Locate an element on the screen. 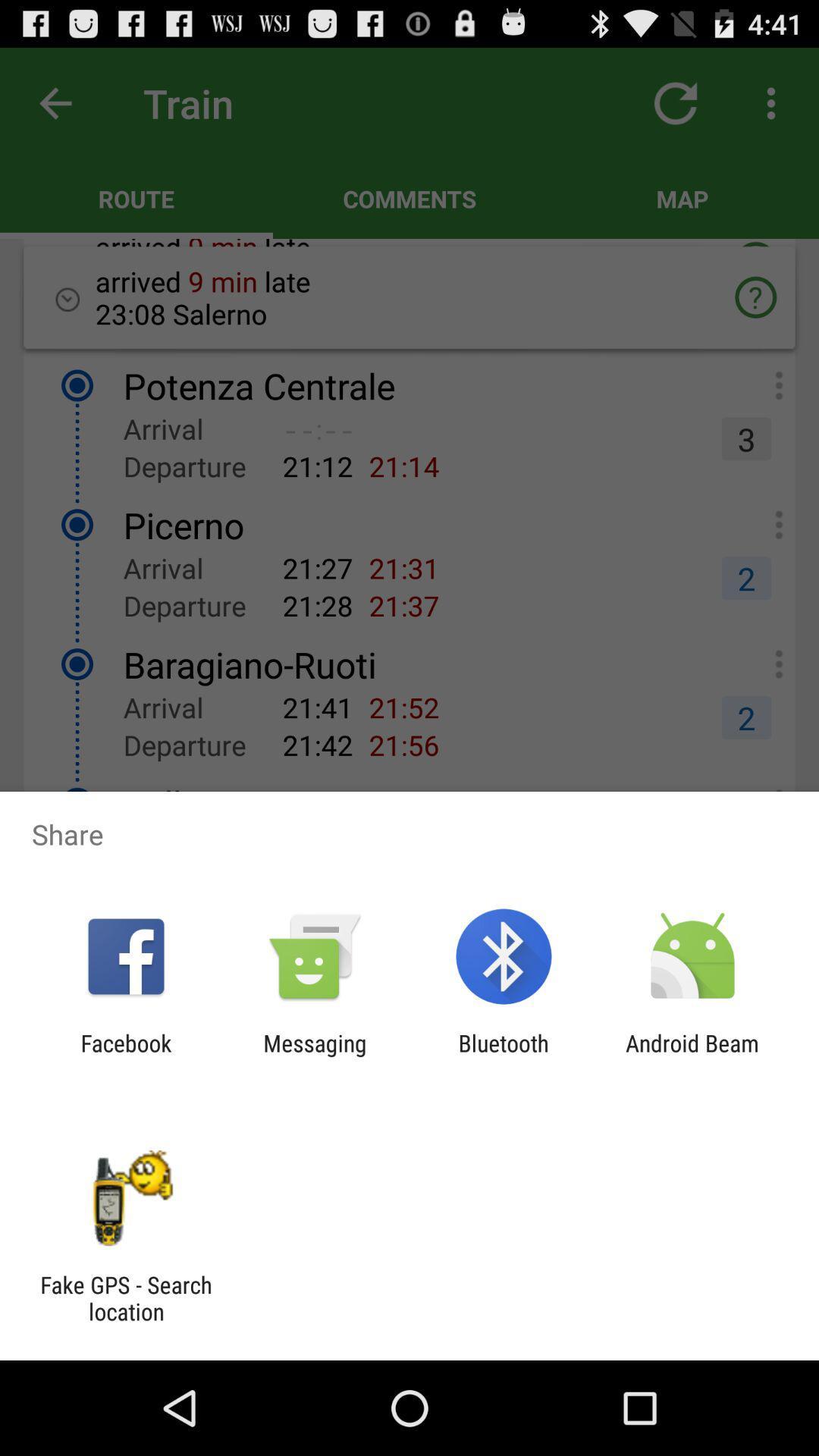 The width and height of the screenshot is (819, 1456). icon next to the bluetooth is located at coordinates (692, 1056).